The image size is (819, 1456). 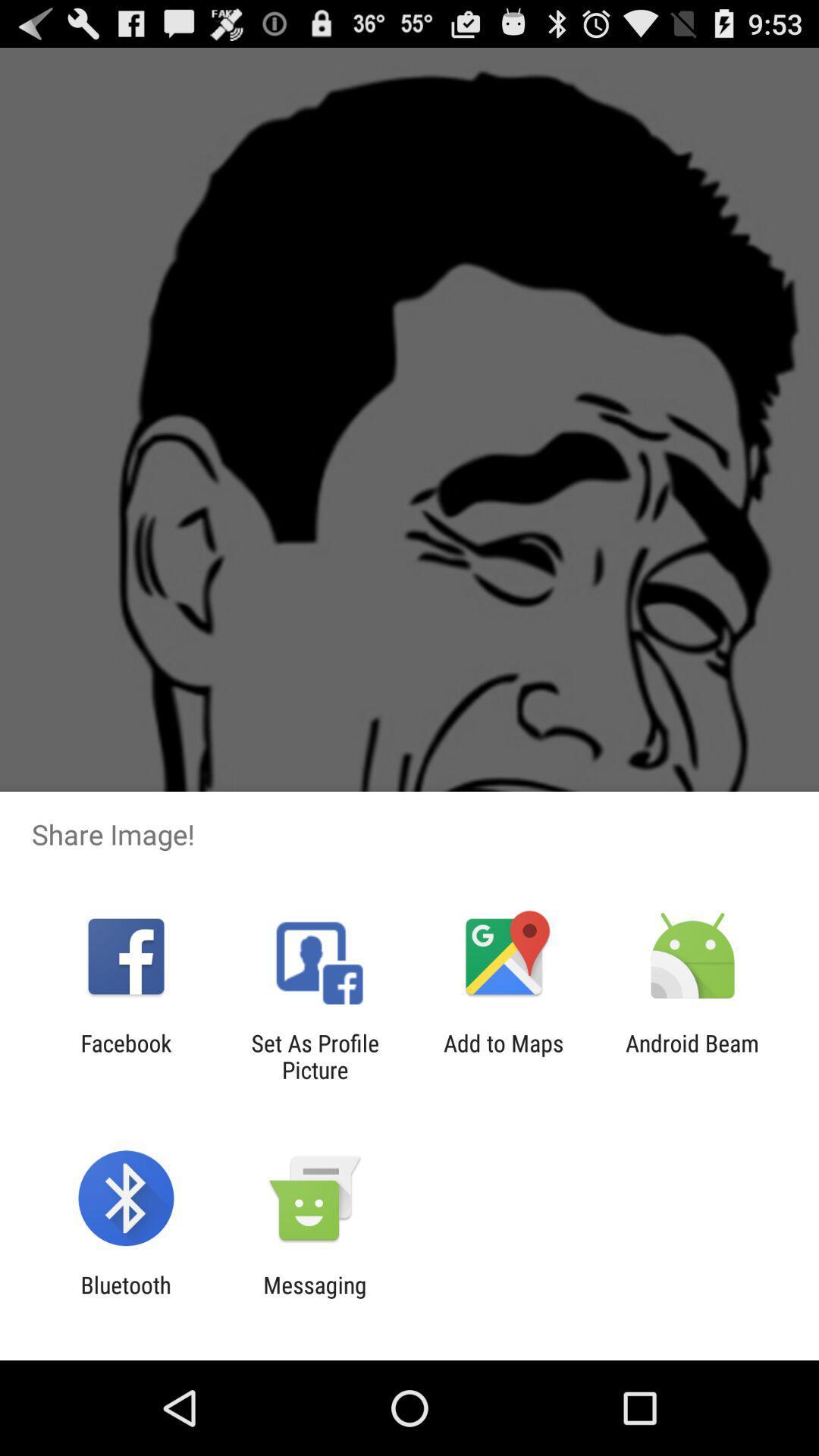 I want to click on the item next to set as profile app, so click(x=125, y=1056).